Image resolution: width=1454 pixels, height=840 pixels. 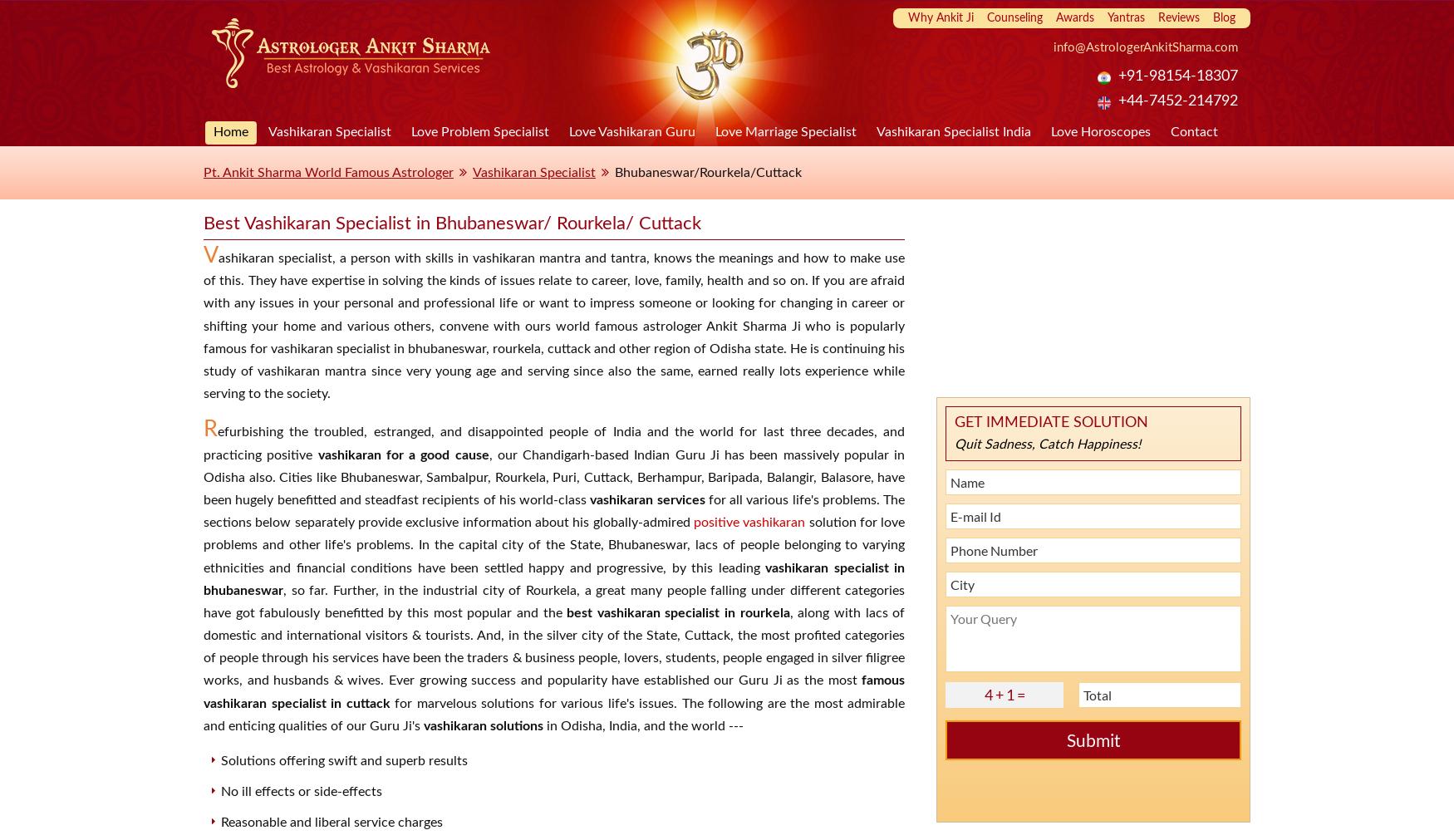 I want to click on 'Love Horoscopes', so click(x=1100, y=130).